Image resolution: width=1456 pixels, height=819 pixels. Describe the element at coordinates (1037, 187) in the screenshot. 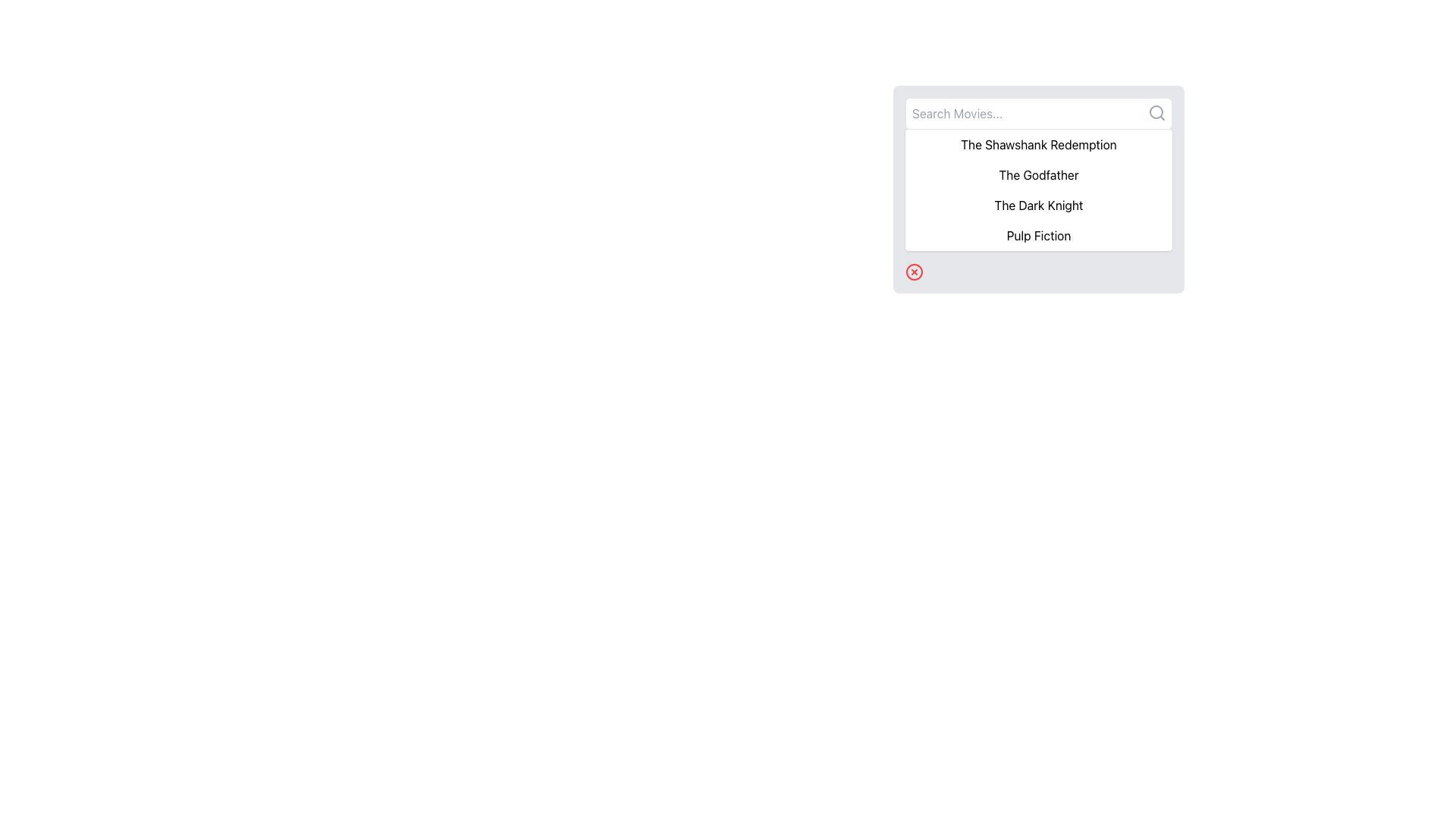

I see `to select the second movie title in the list, which is positioned directly below 'The Shawshank Redemption' and above 'The Dark Knight'` at that location.